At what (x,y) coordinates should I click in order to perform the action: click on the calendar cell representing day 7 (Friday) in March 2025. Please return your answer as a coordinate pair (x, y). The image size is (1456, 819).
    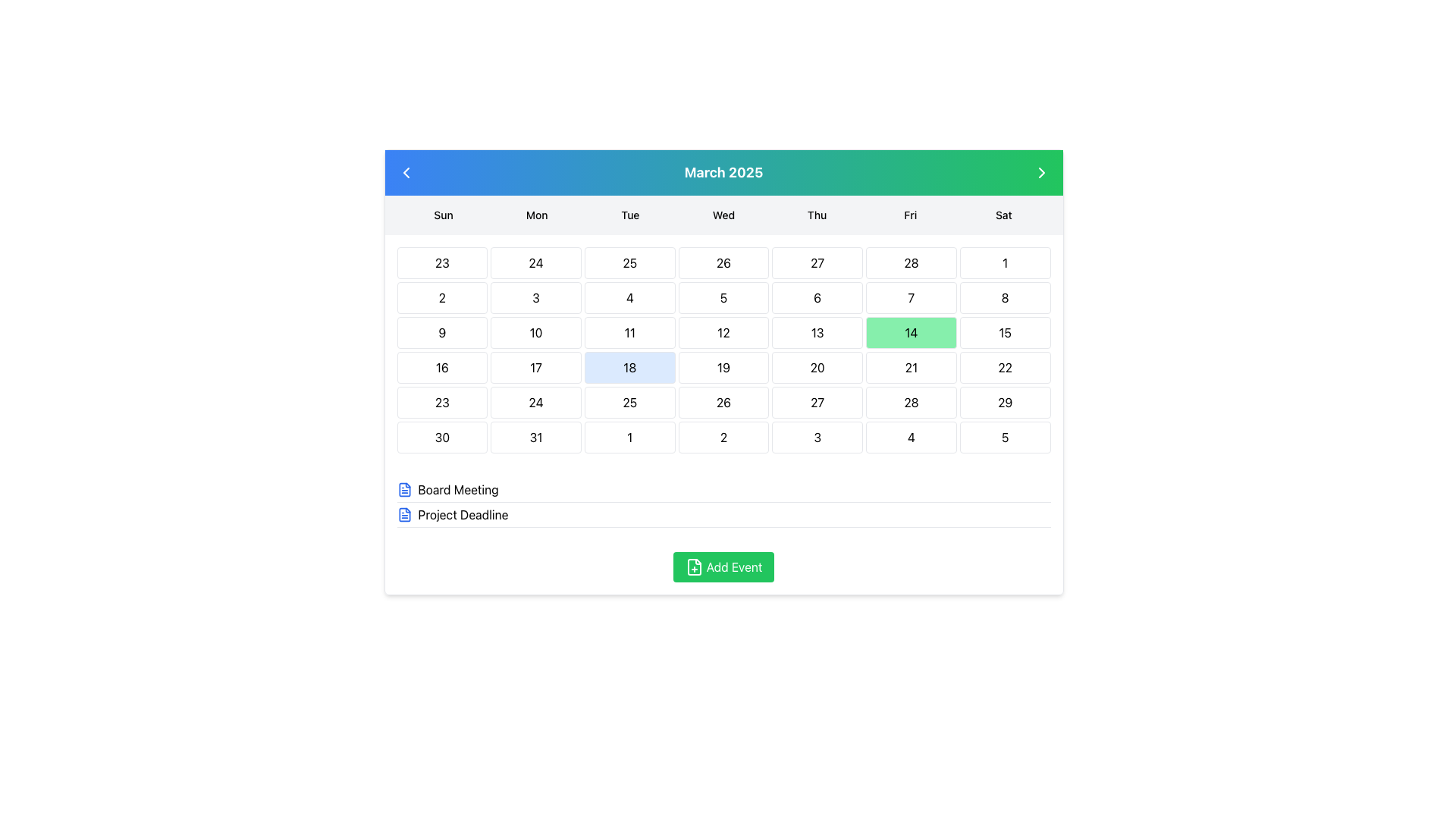
    Looking at the image, I should click on (910, 298).